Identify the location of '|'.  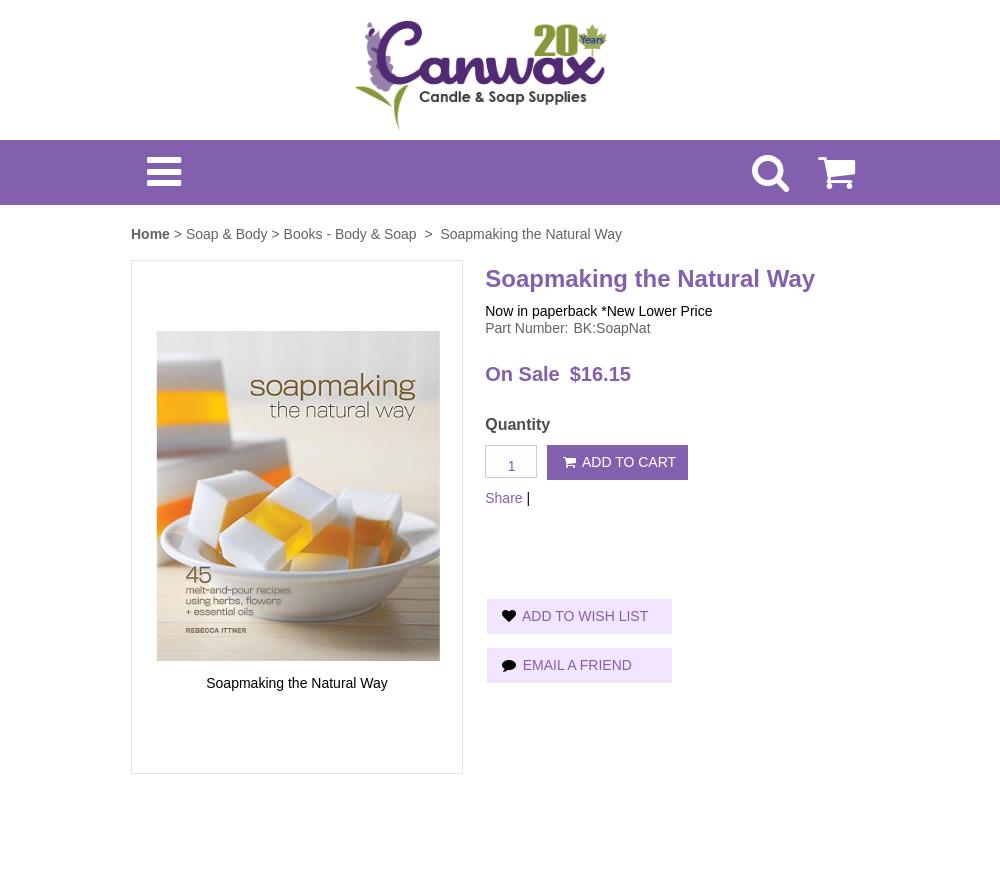
(528, 495).